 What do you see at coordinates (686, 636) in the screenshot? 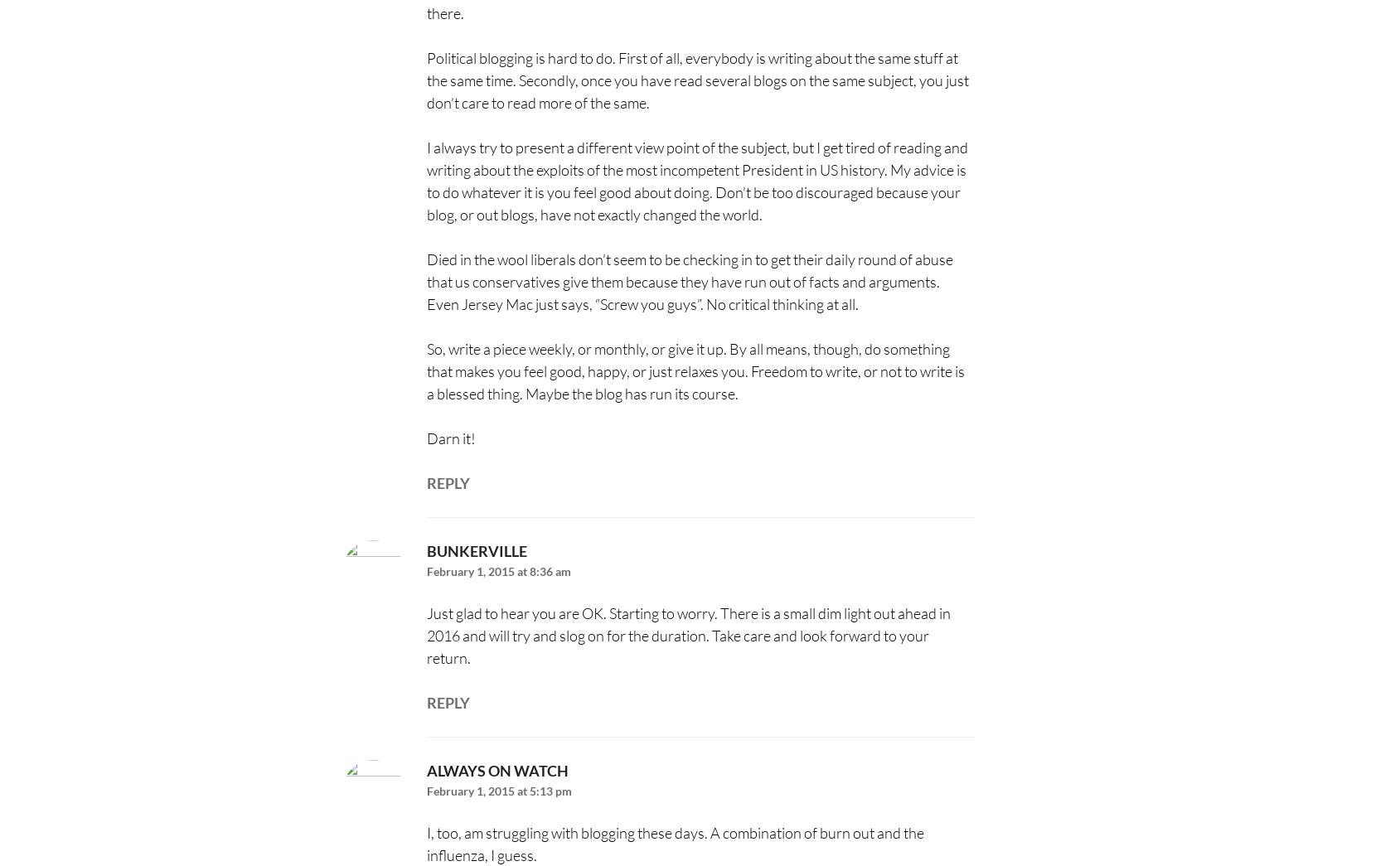
I see `'Just glad to hear you are OK. Starting to worry. There is a small dim light out ahead in 2016 and will try and slog on for the duration. Take care and look forward to your return.'` at bounding box center [686, 636].